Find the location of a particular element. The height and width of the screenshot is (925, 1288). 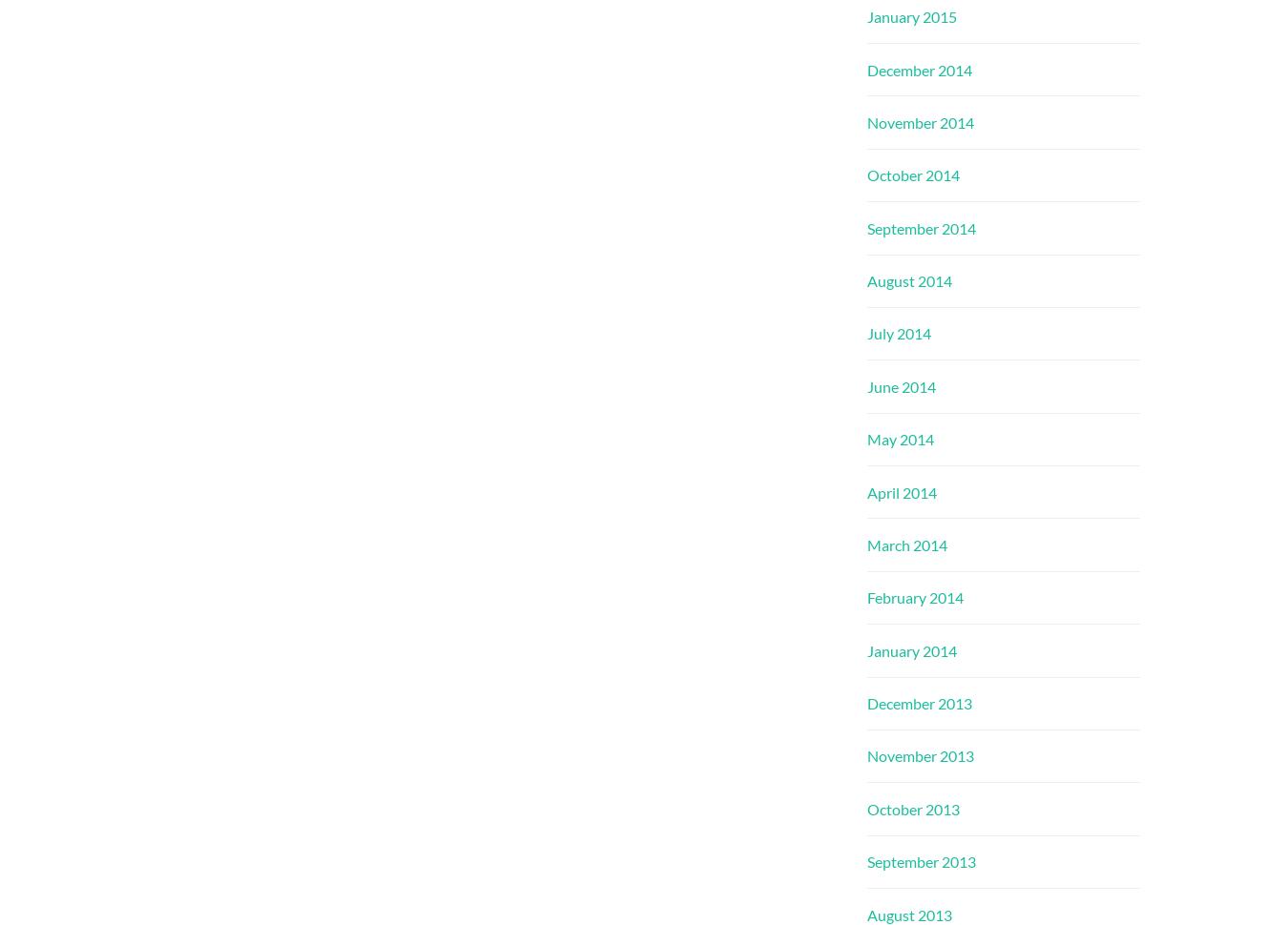

'January 2015' is located at coordinates (910, 16).